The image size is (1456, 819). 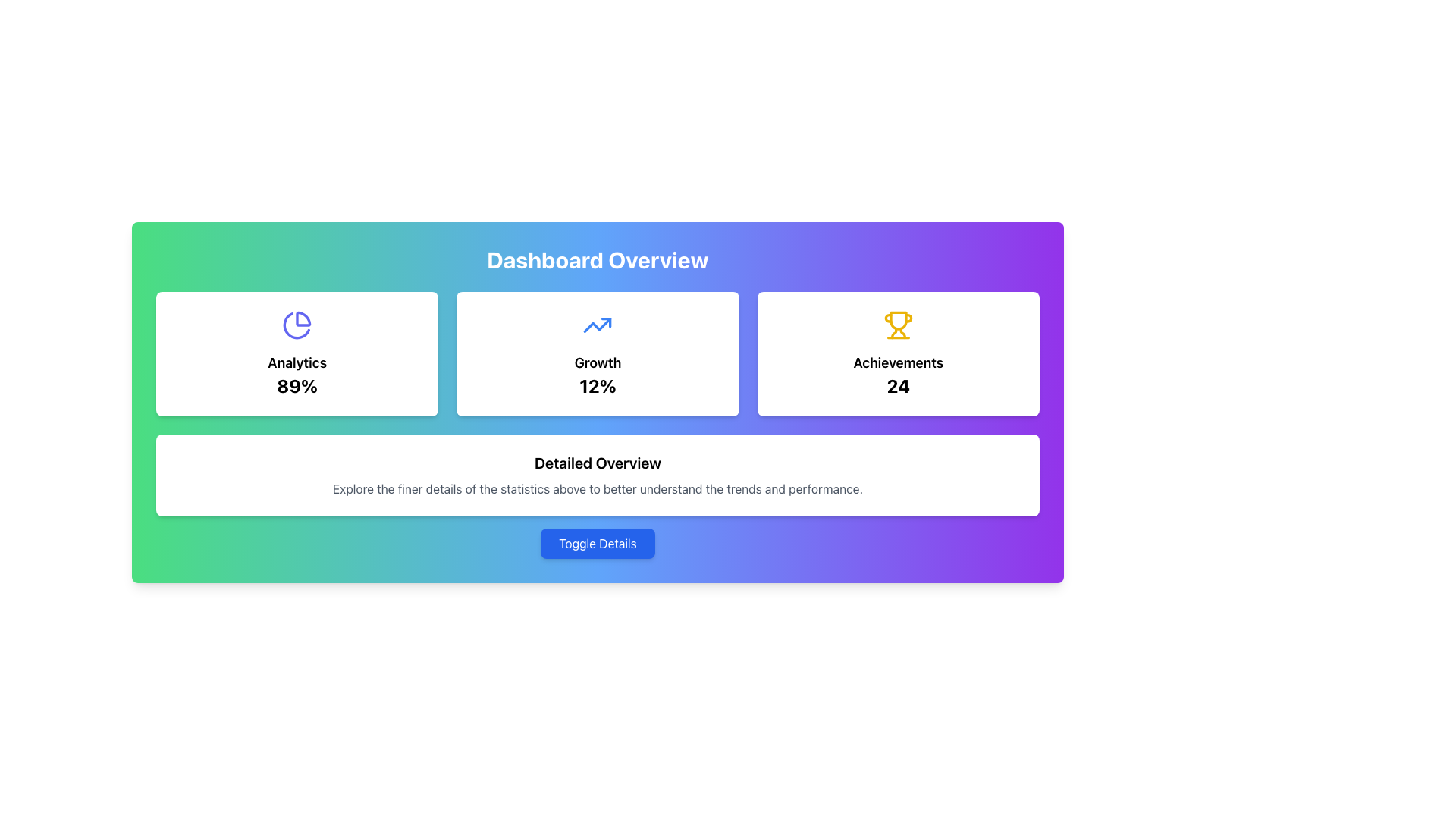 What do you see at coordinates (898, 353) in the screenshot?
I see `the third achievements card in the horizontally arranged set` at bounding box center [898, 353].